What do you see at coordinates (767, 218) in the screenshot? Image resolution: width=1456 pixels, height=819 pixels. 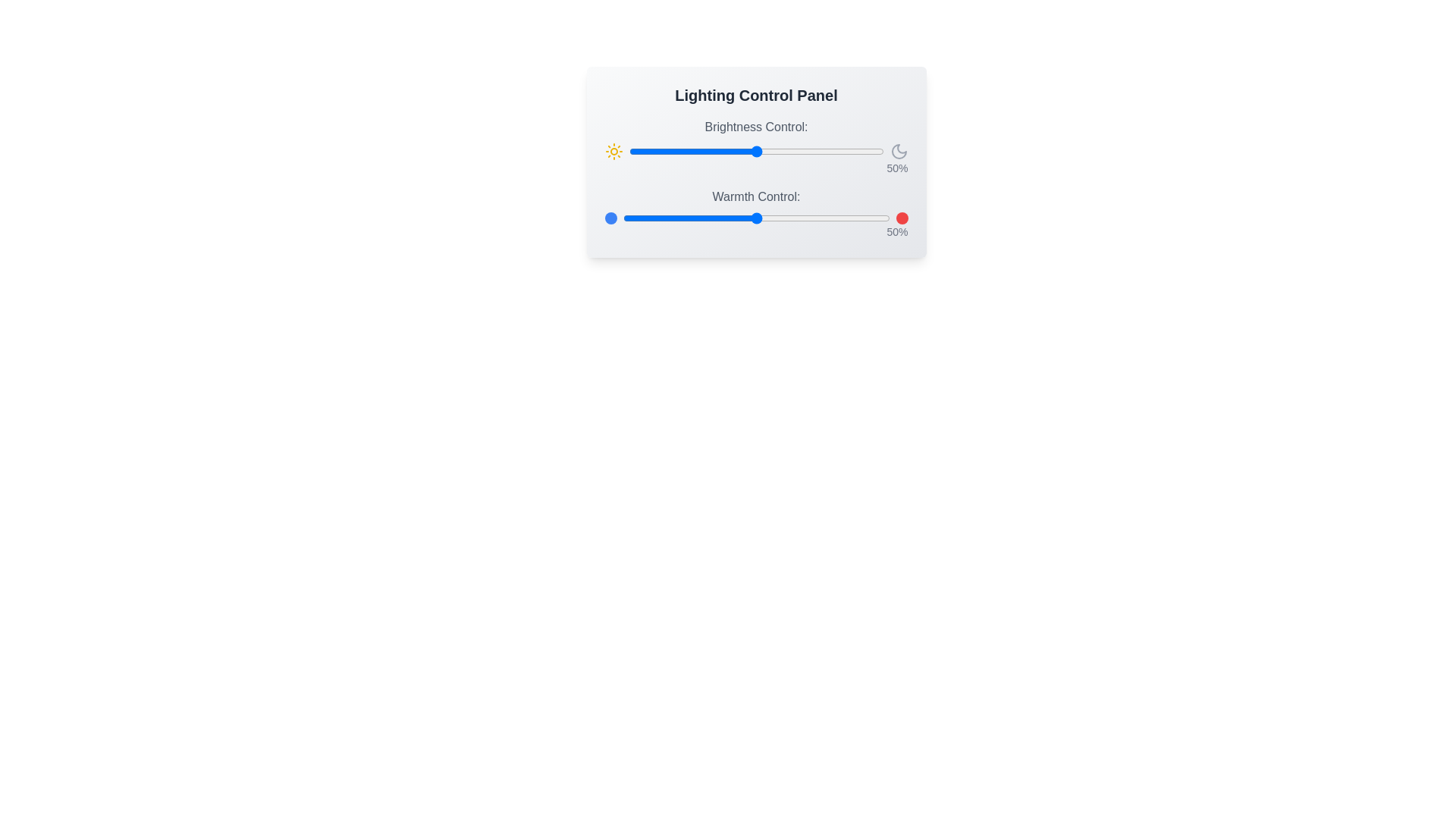 I see `warmth level` at bounding box center [767, 218].